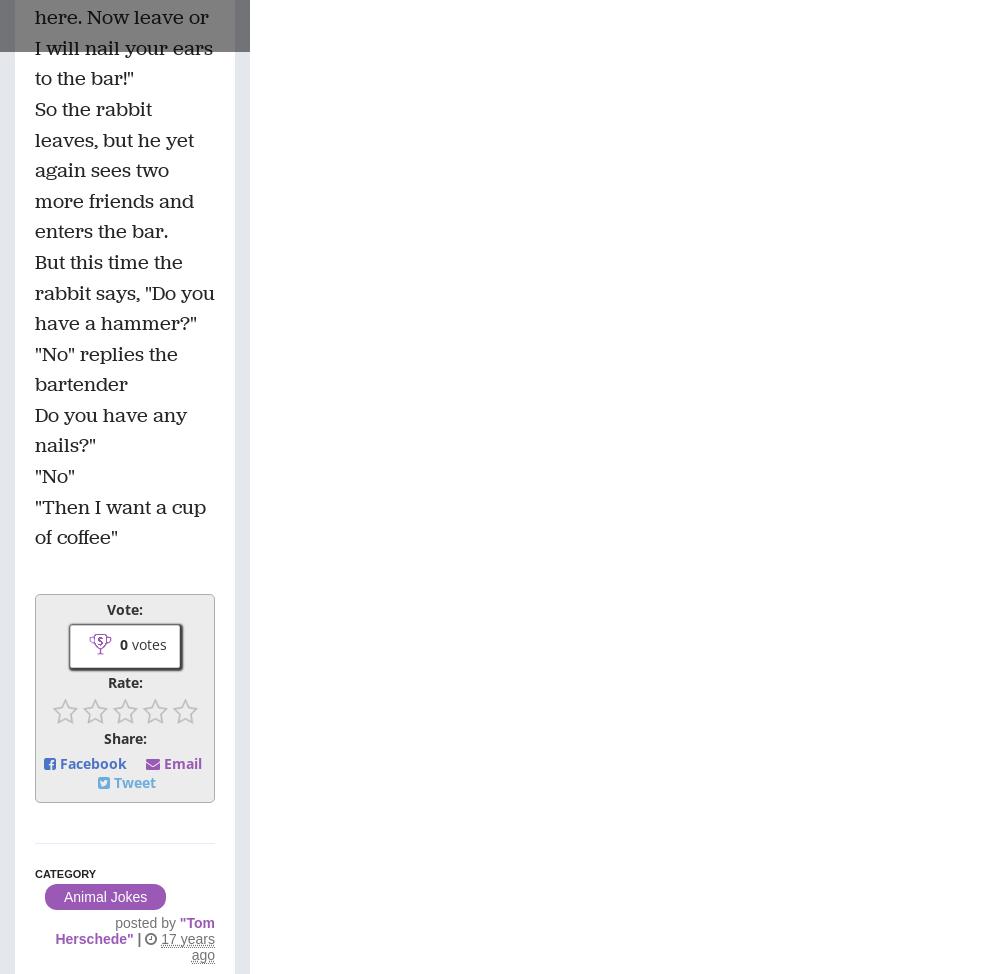  I want to click on '"Then I want a cup of coffee"', so click(120, 521).